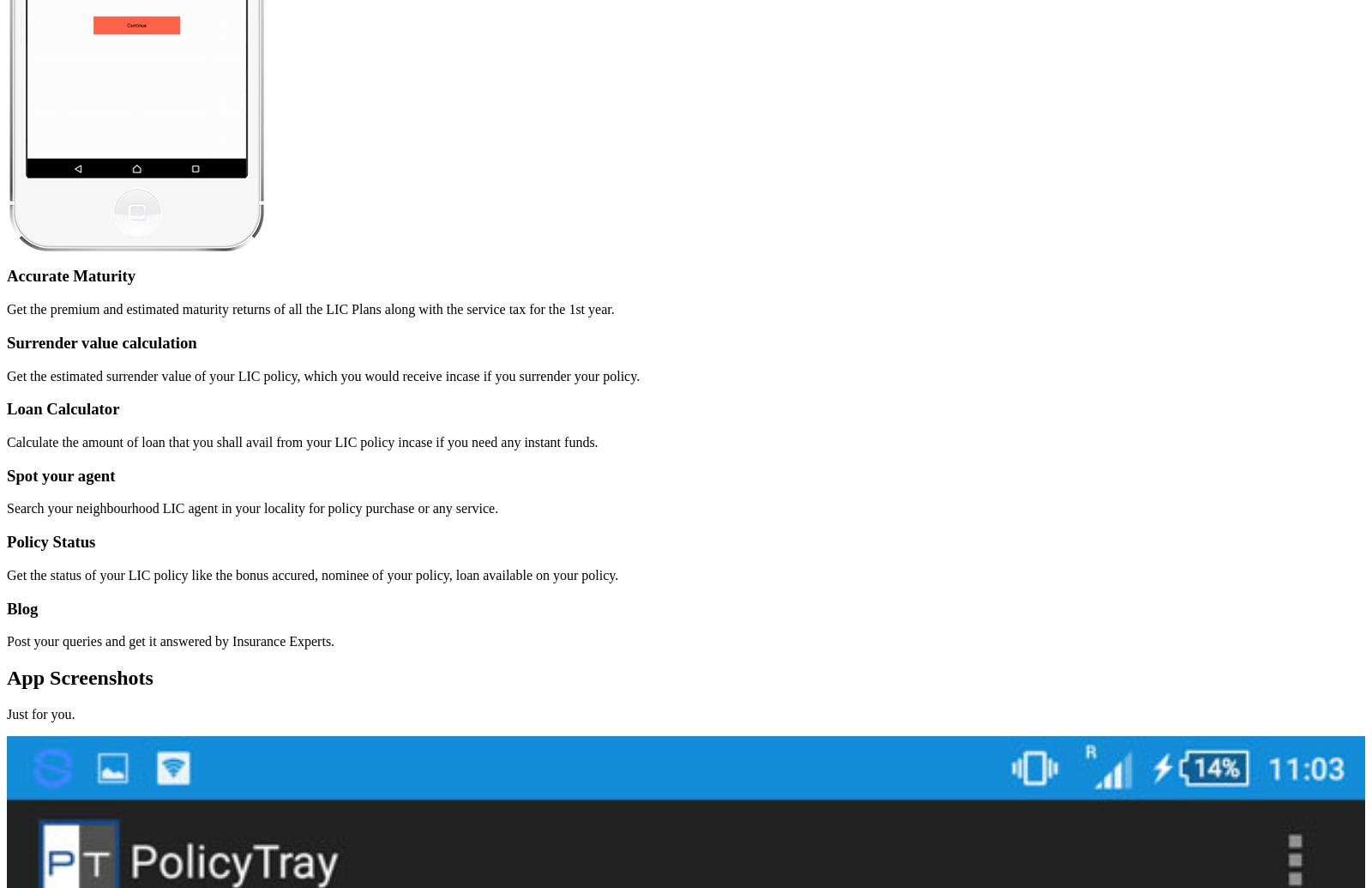 The image size is (1372, 888). Describe the element at coordinates (21, 607) in the screenshot. I see `'Blog'` at that location.